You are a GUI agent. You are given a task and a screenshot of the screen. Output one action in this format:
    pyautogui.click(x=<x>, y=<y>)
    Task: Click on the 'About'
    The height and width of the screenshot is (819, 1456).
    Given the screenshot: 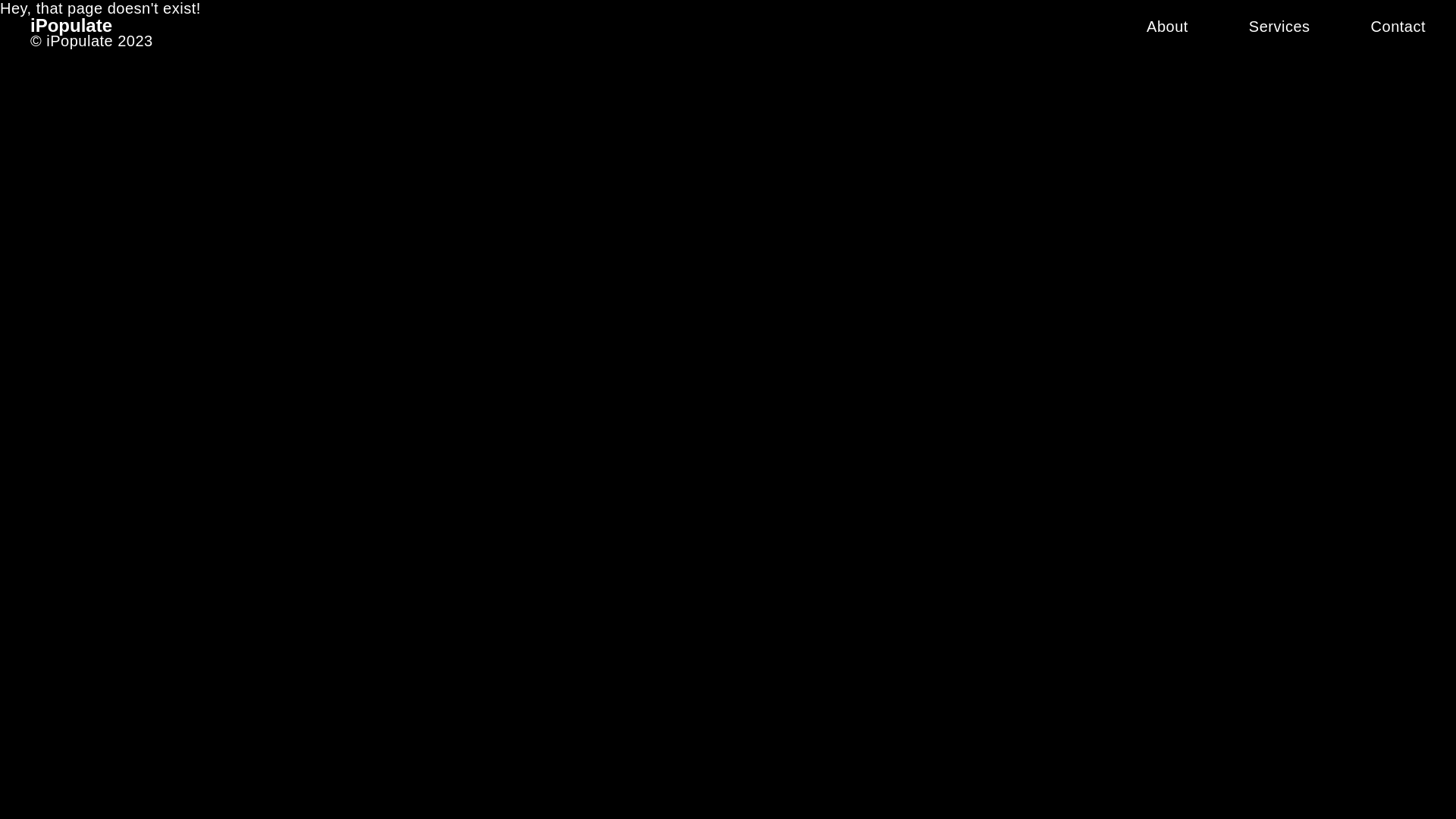 What is the action you would take?
    pyautogui.click(x=1166, y=26)
    